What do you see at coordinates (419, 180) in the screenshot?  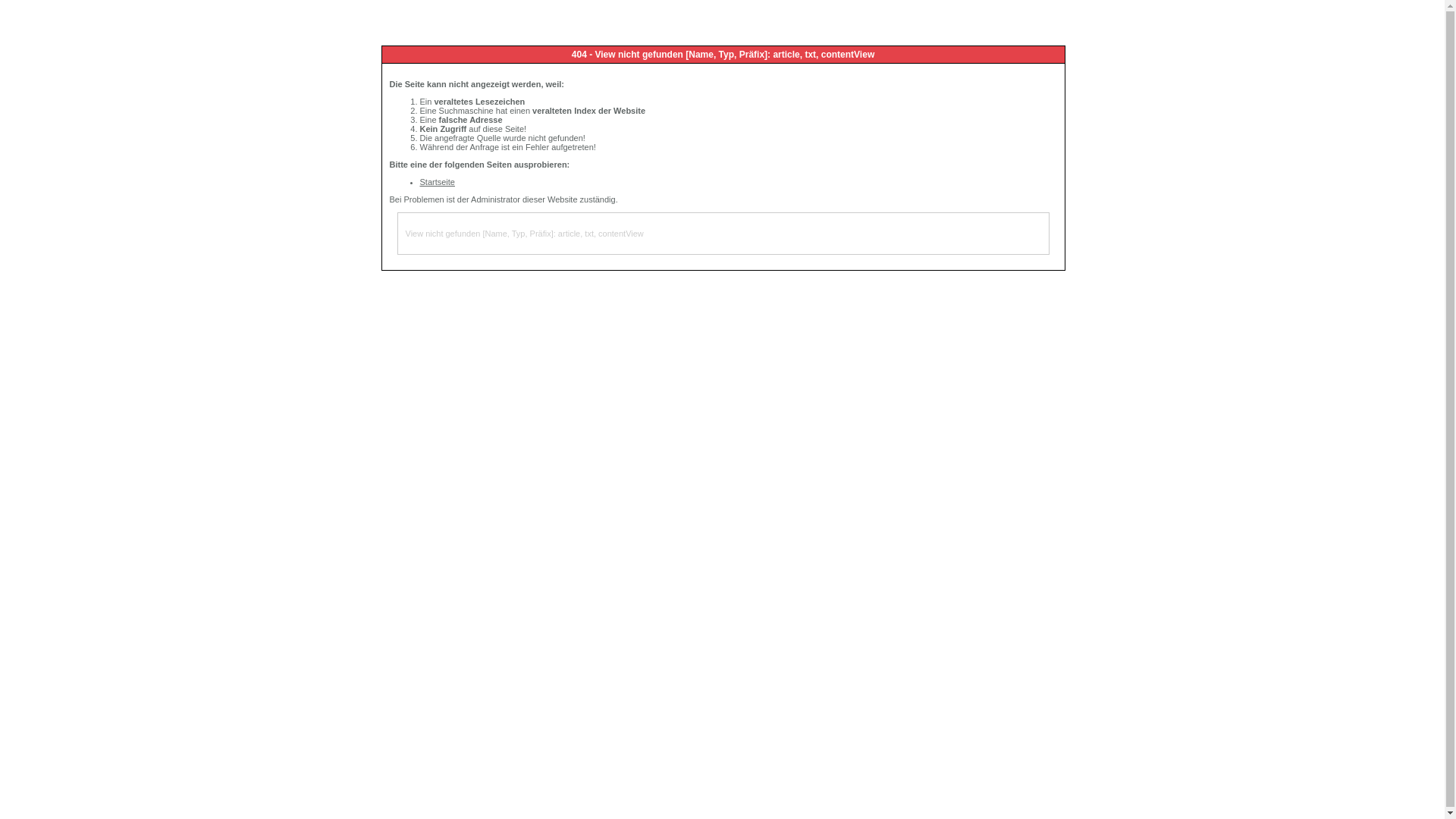 I see `'Startseite'` at bounding box center [419, 180].